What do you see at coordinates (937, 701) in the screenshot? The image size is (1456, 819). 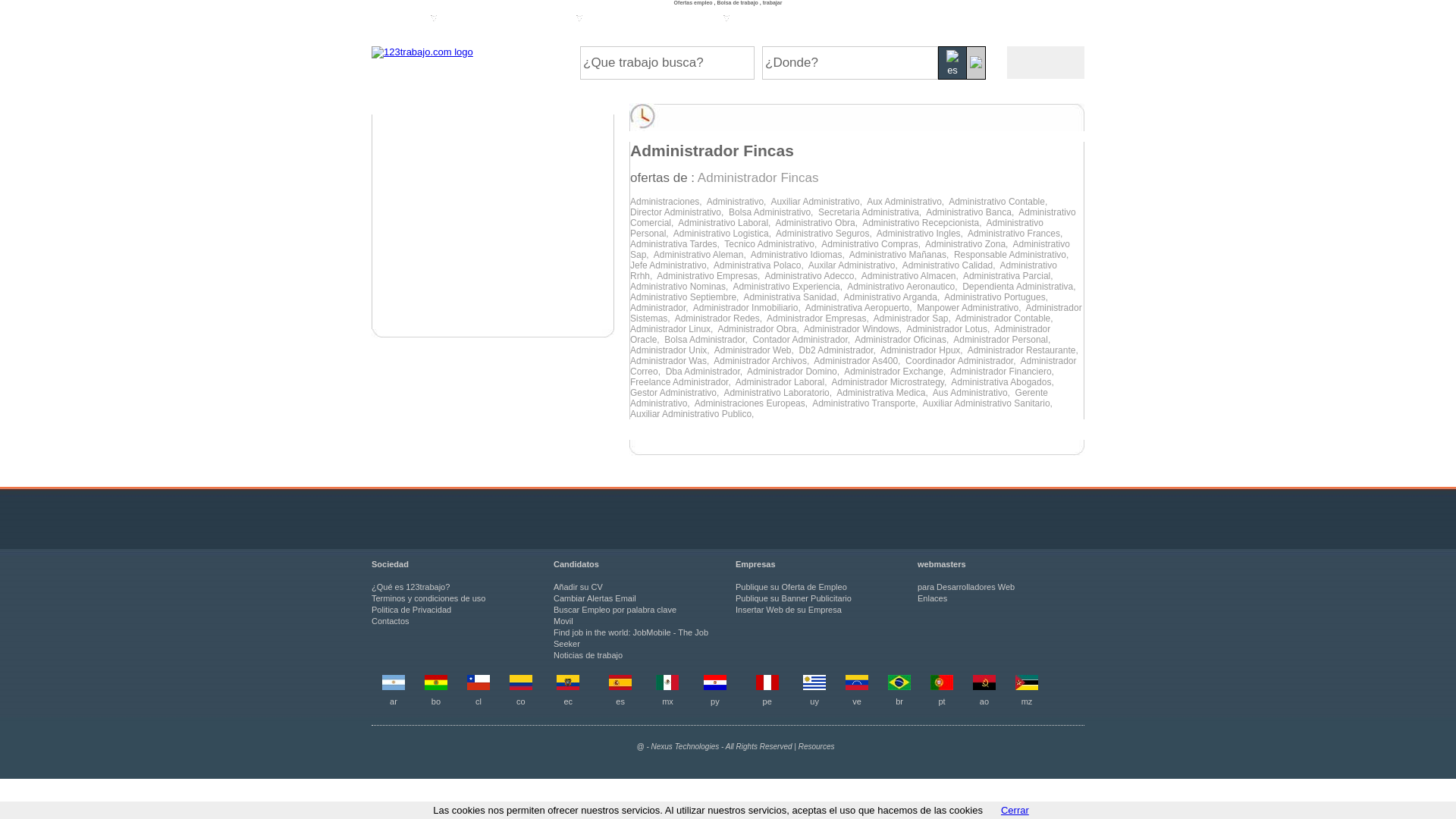 I see `'pt'` at bounding box center [937, 701].